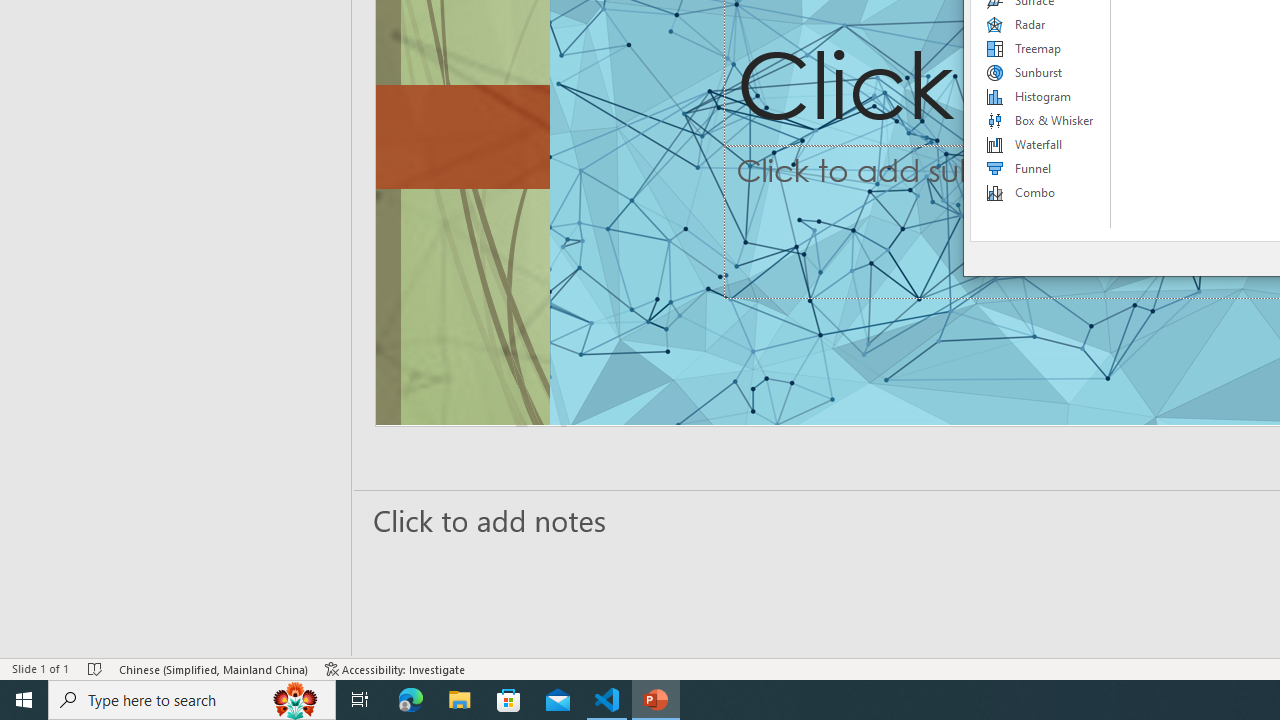 This screenshot has width=1280, height=720. Describe the element at coordinates (1040, 24) in the screenshot. I see `'Radar'` at that location.